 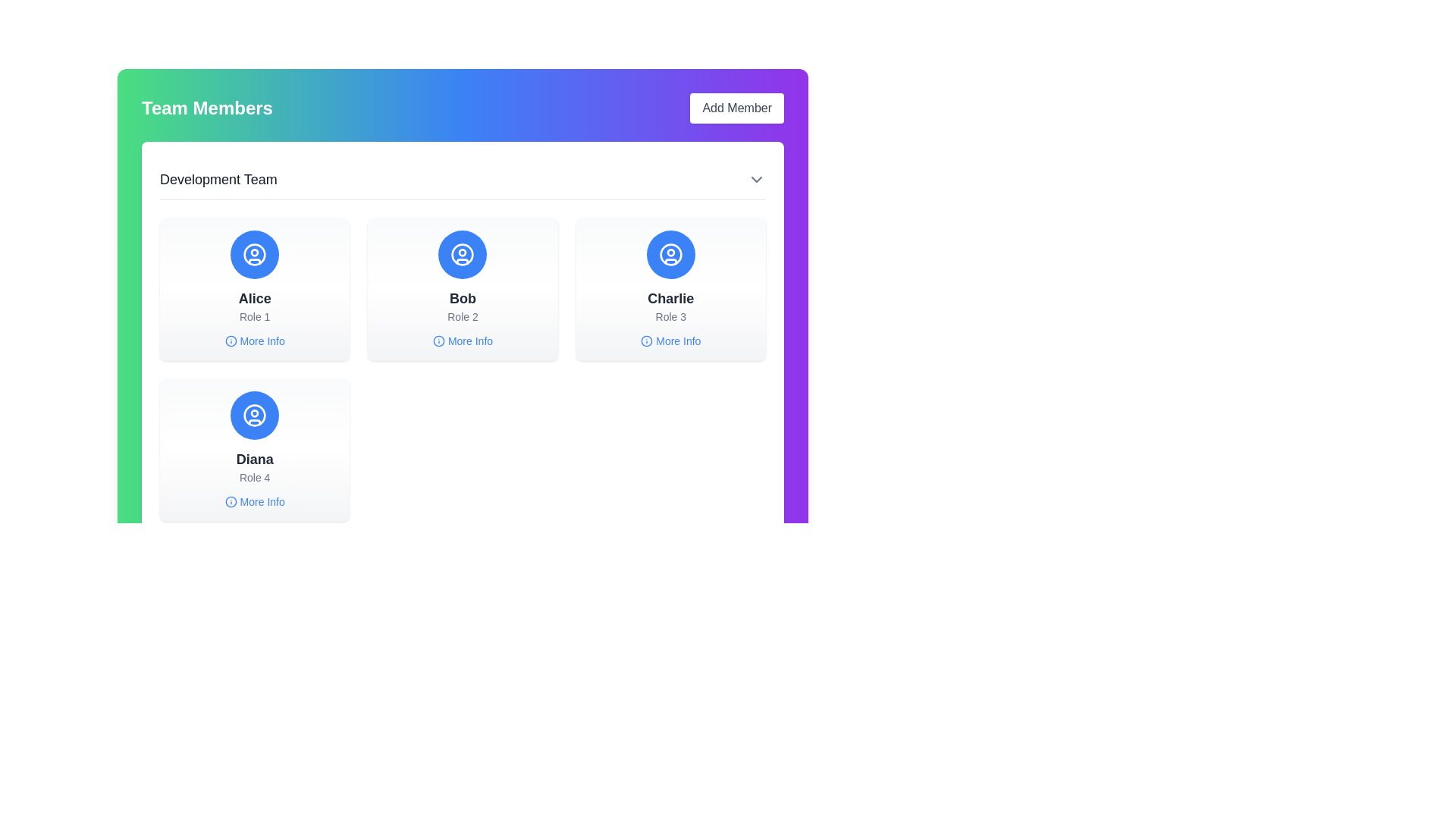 I want to click on the 'Role 3' label, which is styled with small gray text and positioned between the 'Charlie' label and the 'More Info' button in the card for the 'Charlie' item, so click(x=670, y=315).